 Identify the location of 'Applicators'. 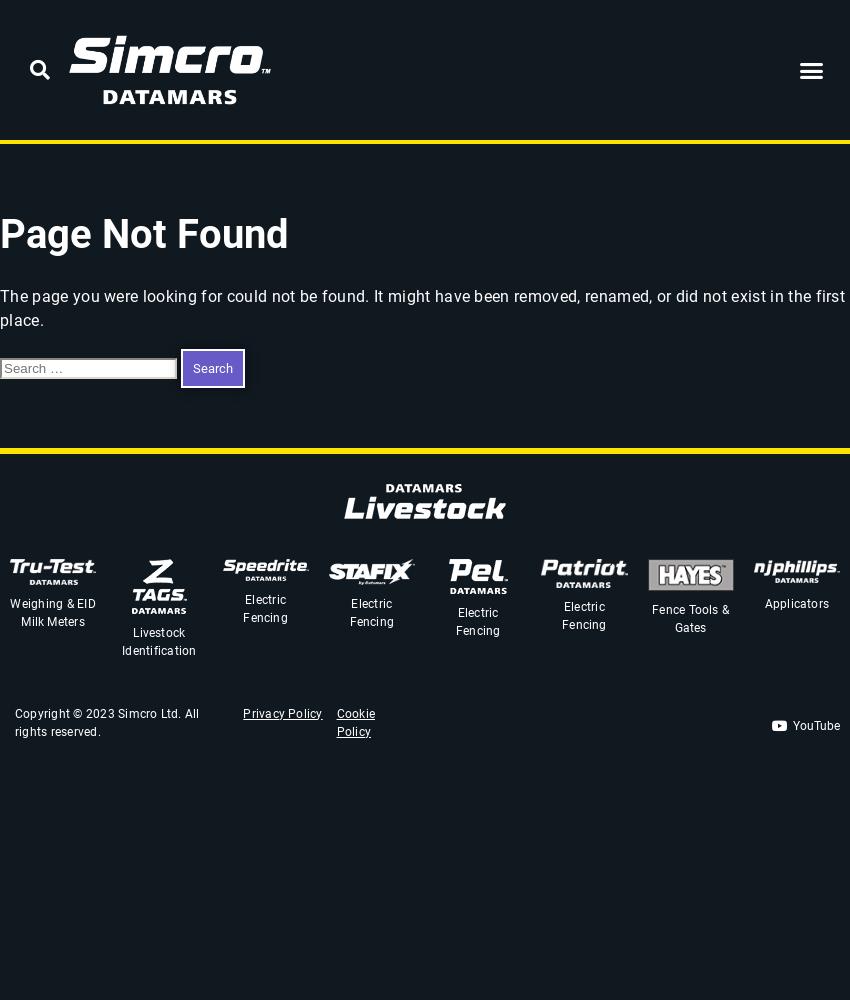
(795, 603).